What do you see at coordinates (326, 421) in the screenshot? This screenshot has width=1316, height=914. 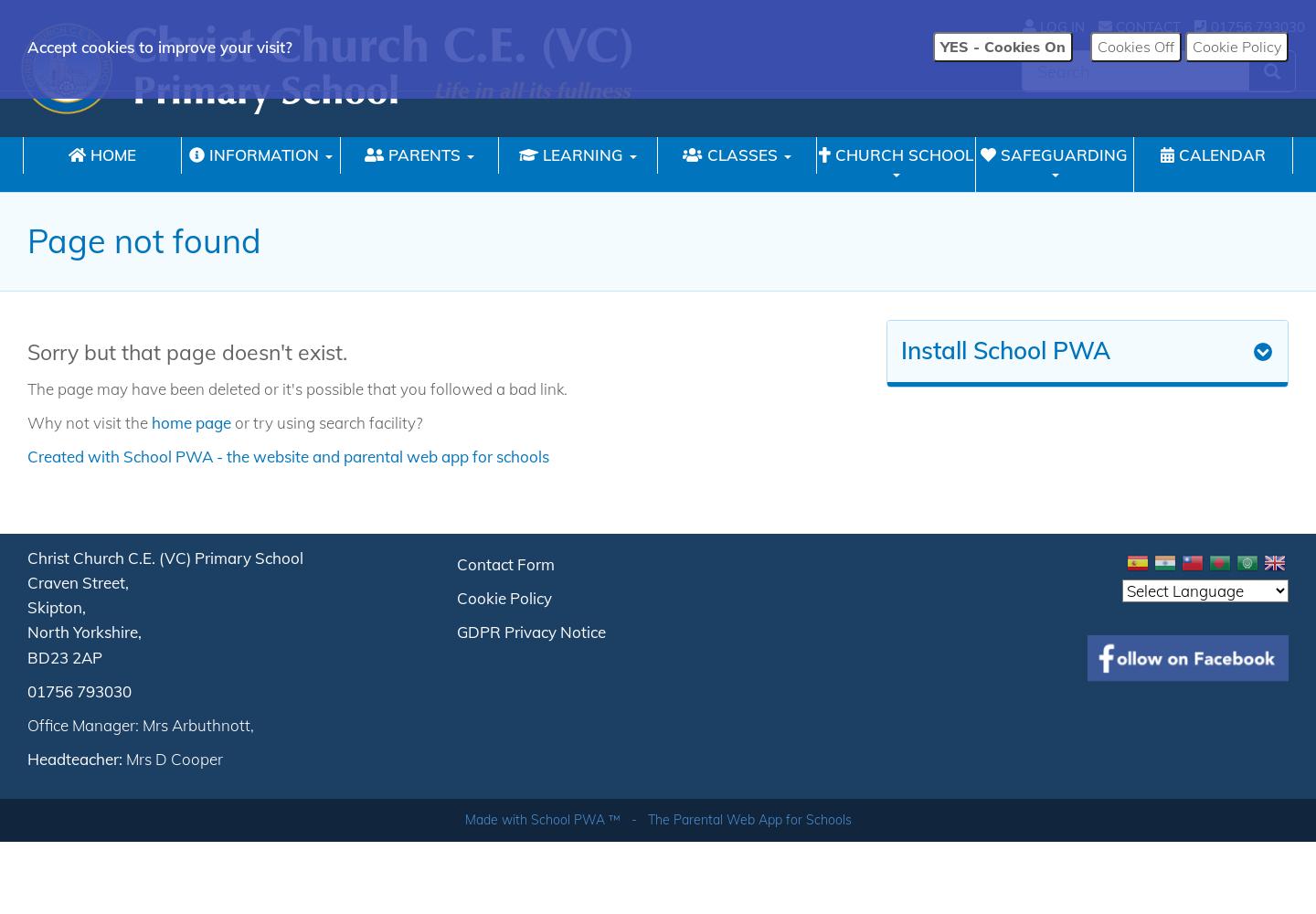 I see `'or try using search facility?'` at bounding box center [326, 421].